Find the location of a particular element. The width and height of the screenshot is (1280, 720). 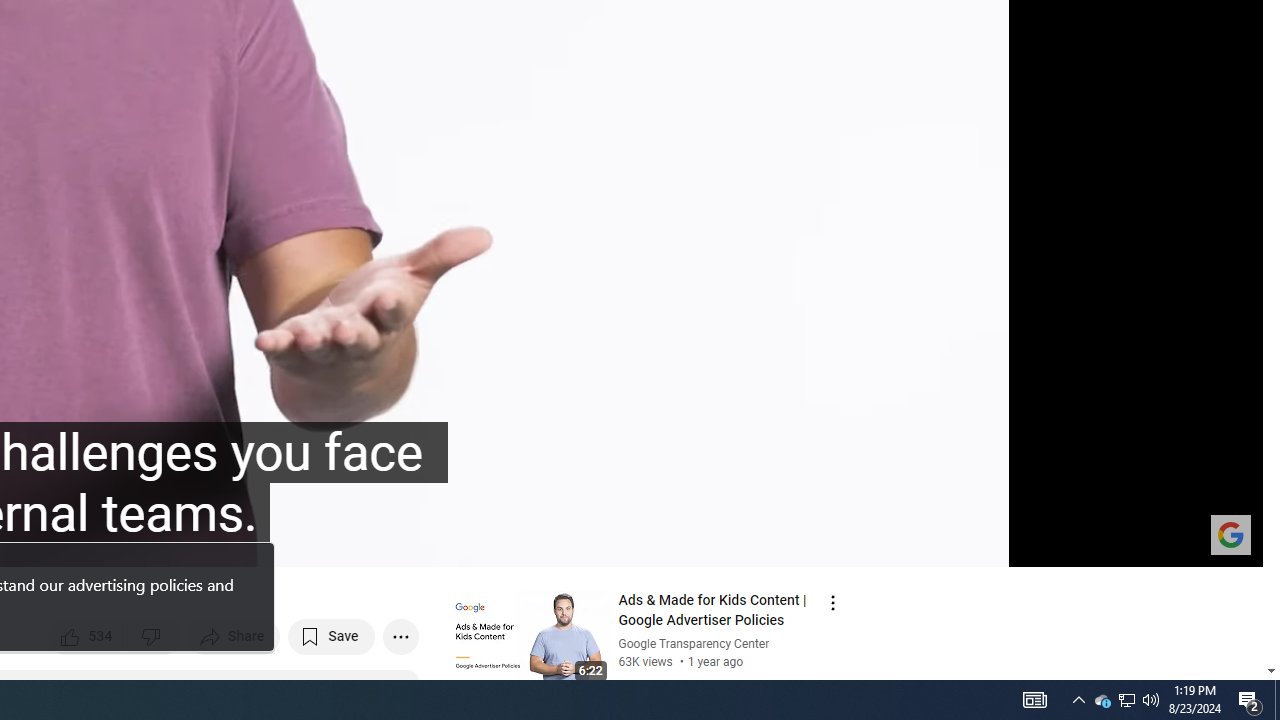

'Dislike this video' is located at coordinates (153, 636).